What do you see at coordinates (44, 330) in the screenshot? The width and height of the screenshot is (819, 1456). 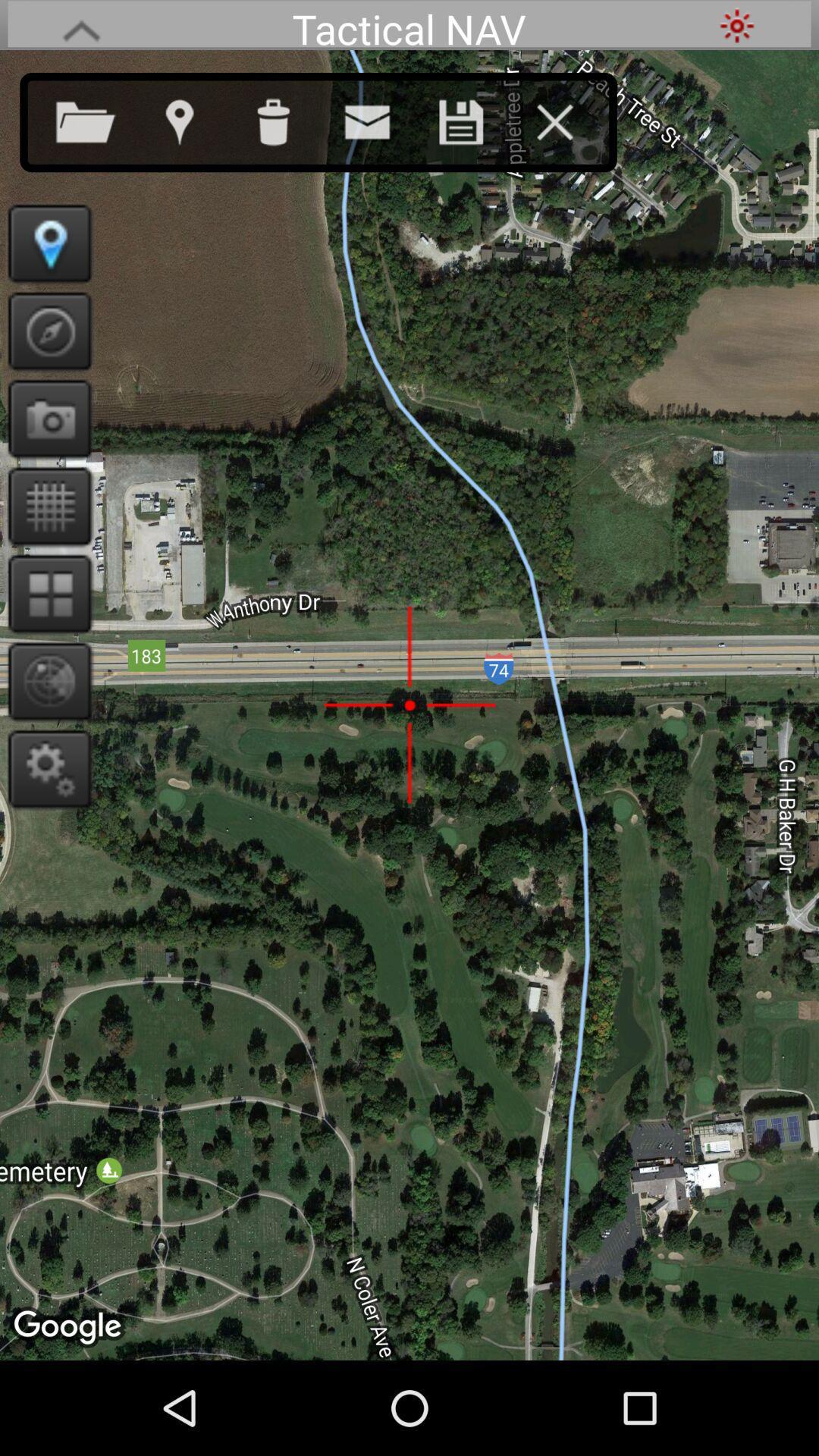 I see `compass` at bounding box center [44, 330].